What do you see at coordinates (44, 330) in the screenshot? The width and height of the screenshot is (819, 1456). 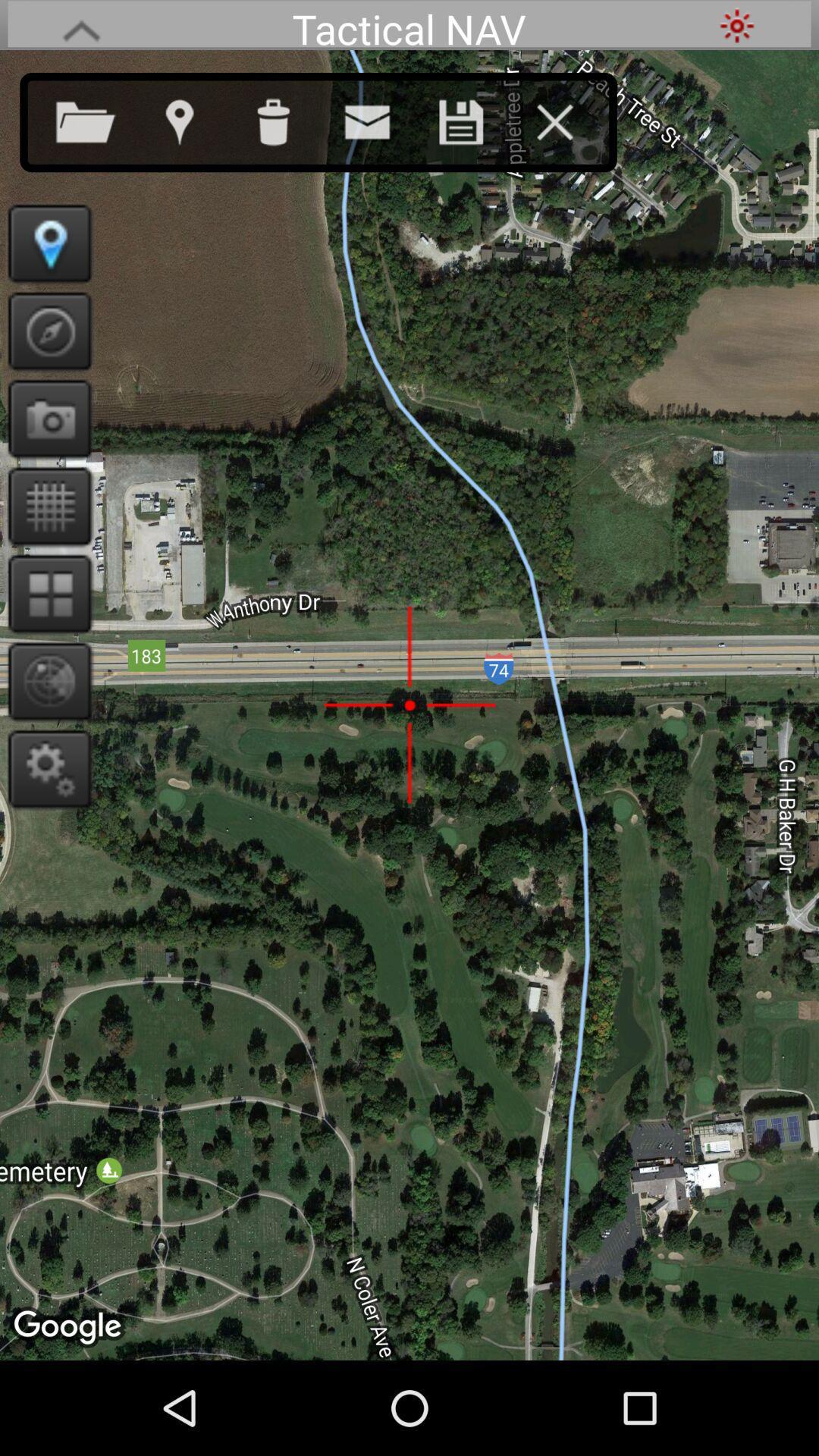 I see `compass` at bounding box center [44, 330].